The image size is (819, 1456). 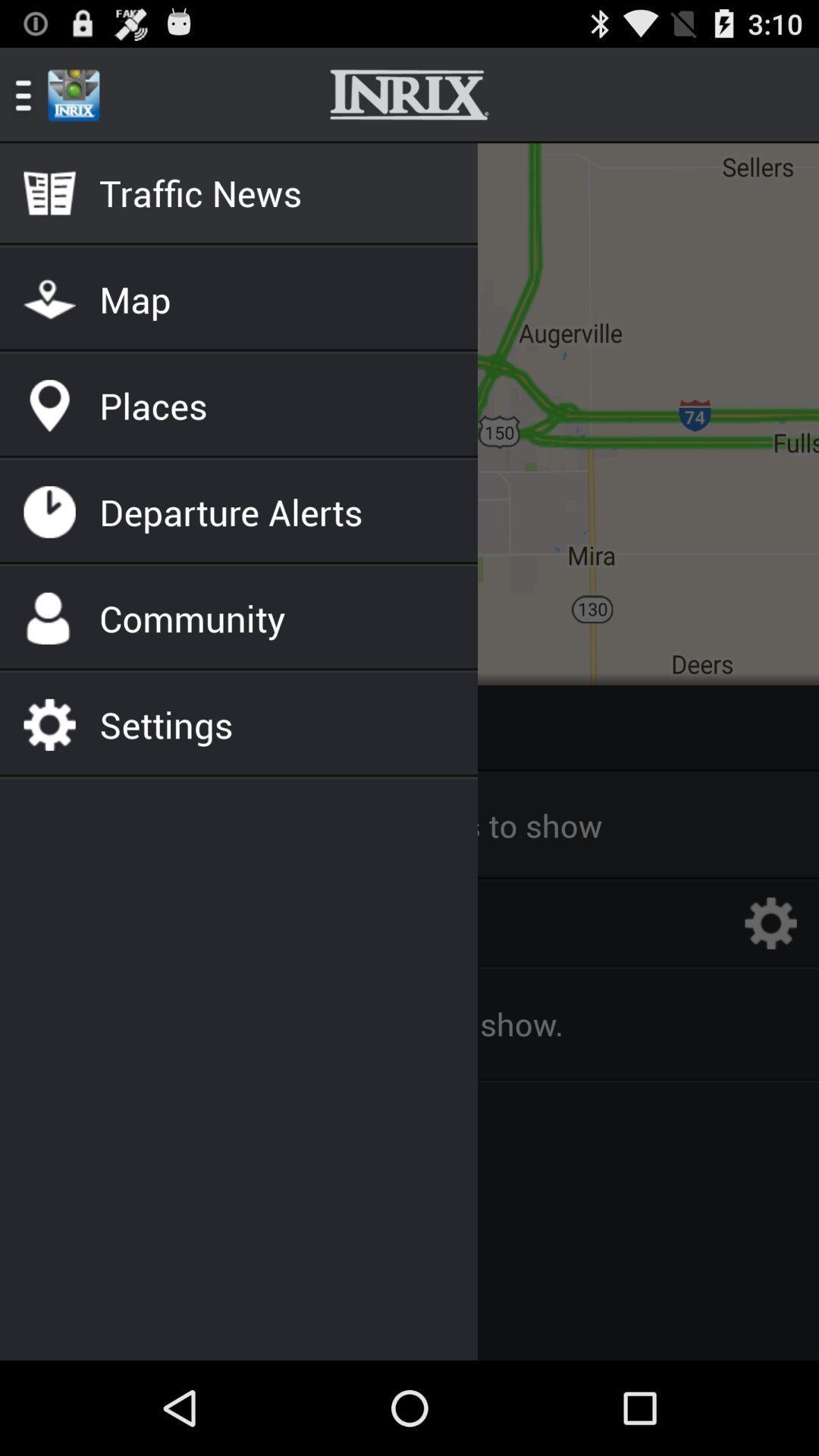 What do you see at coordinates (771, 988) in the screenshot?
I see `the settings icon` at bounding box center [771, 988].